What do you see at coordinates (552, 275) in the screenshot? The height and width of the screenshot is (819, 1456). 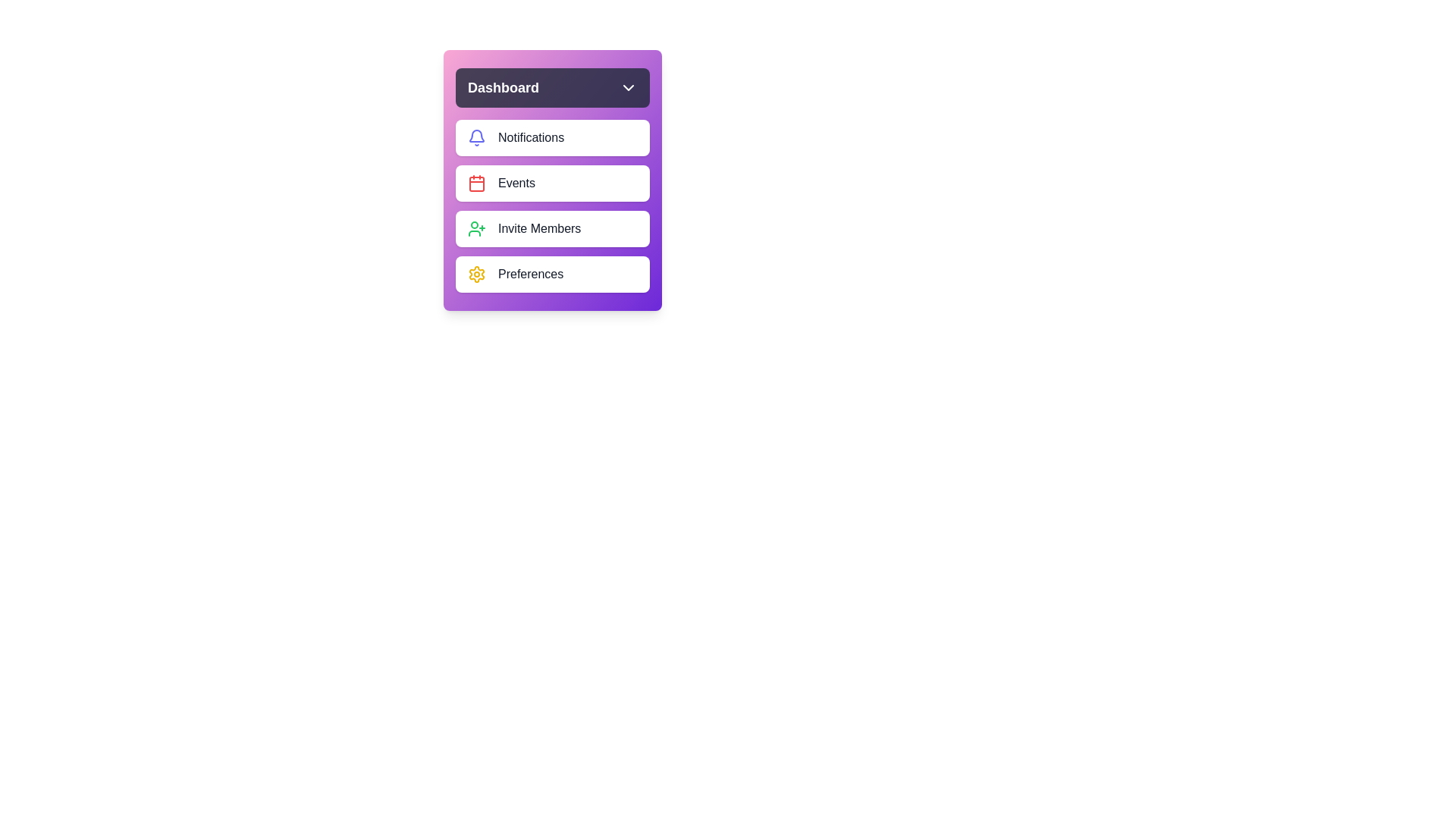 I see `the menu item Preferences` at bounding box center [552, 275].